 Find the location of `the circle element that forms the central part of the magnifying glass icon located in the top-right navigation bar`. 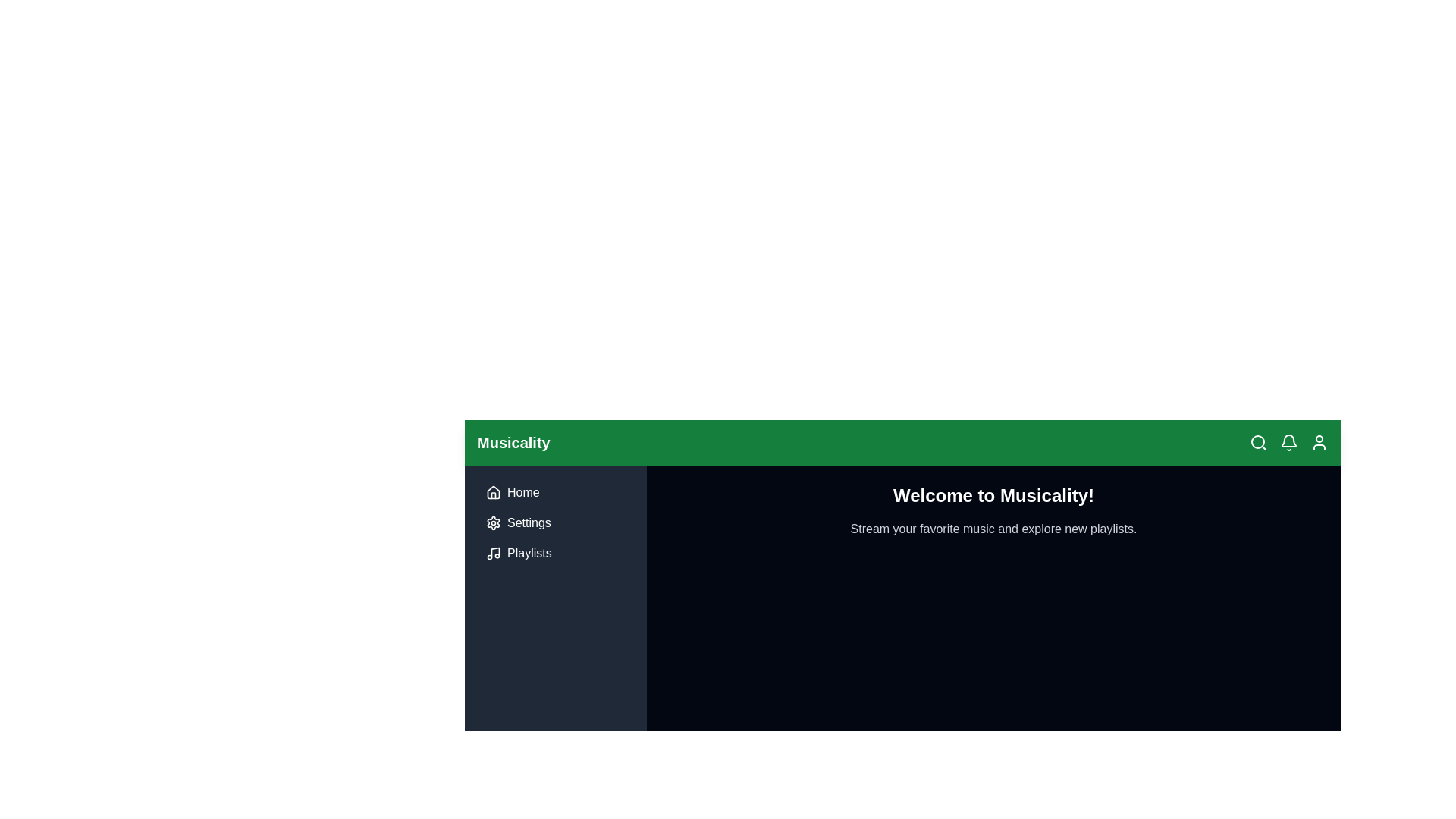

the circle element that forms the central part of the magnifying glass icon located in the top-right navigation bar is located at coordinates (1258, 441).